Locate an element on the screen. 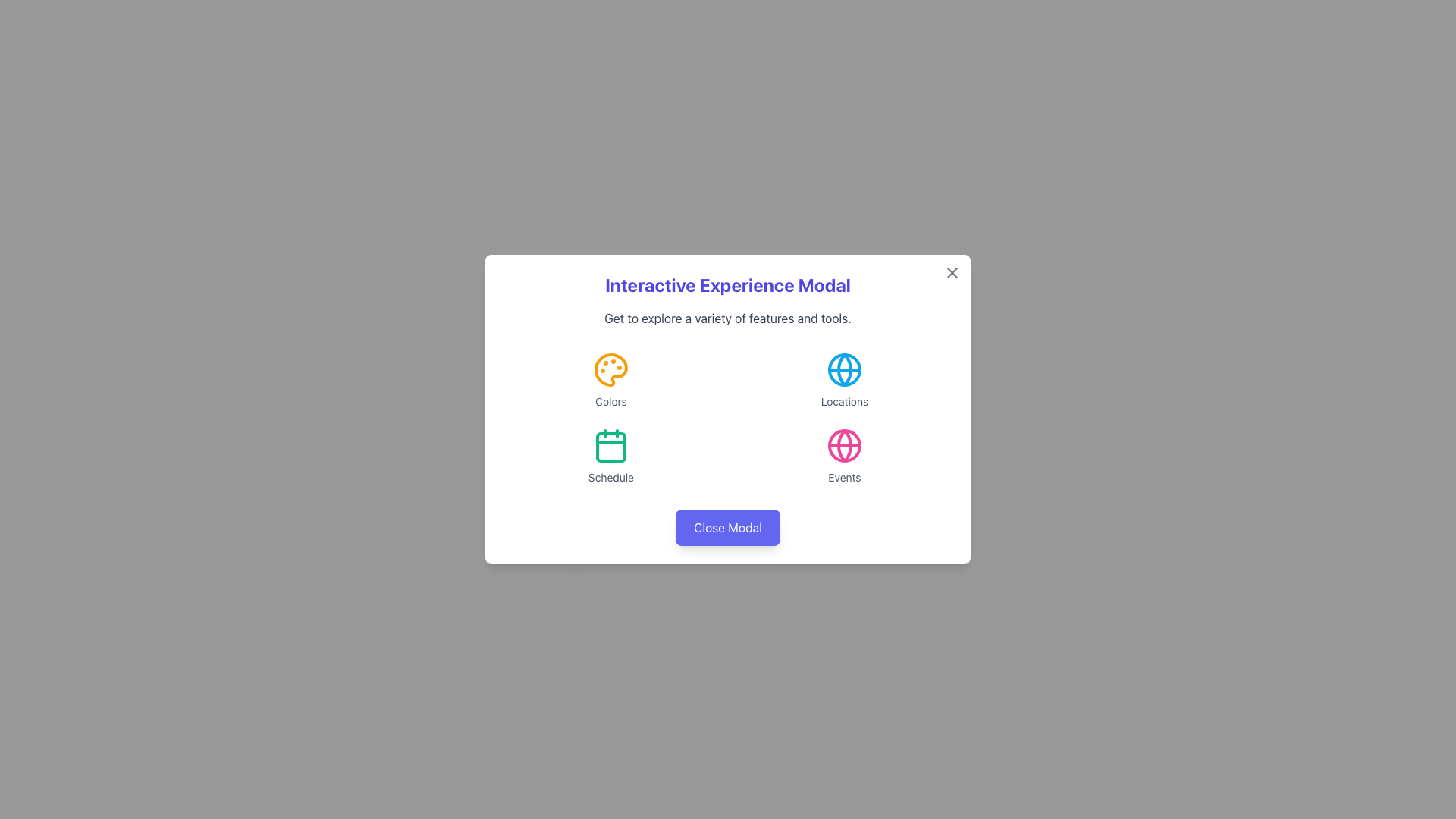 The image size is (1456, 819). the contents of the 'Schedule' icon button located in the second row, first column of the grid layout within the modal dialog is located at coordinates (611, 455).